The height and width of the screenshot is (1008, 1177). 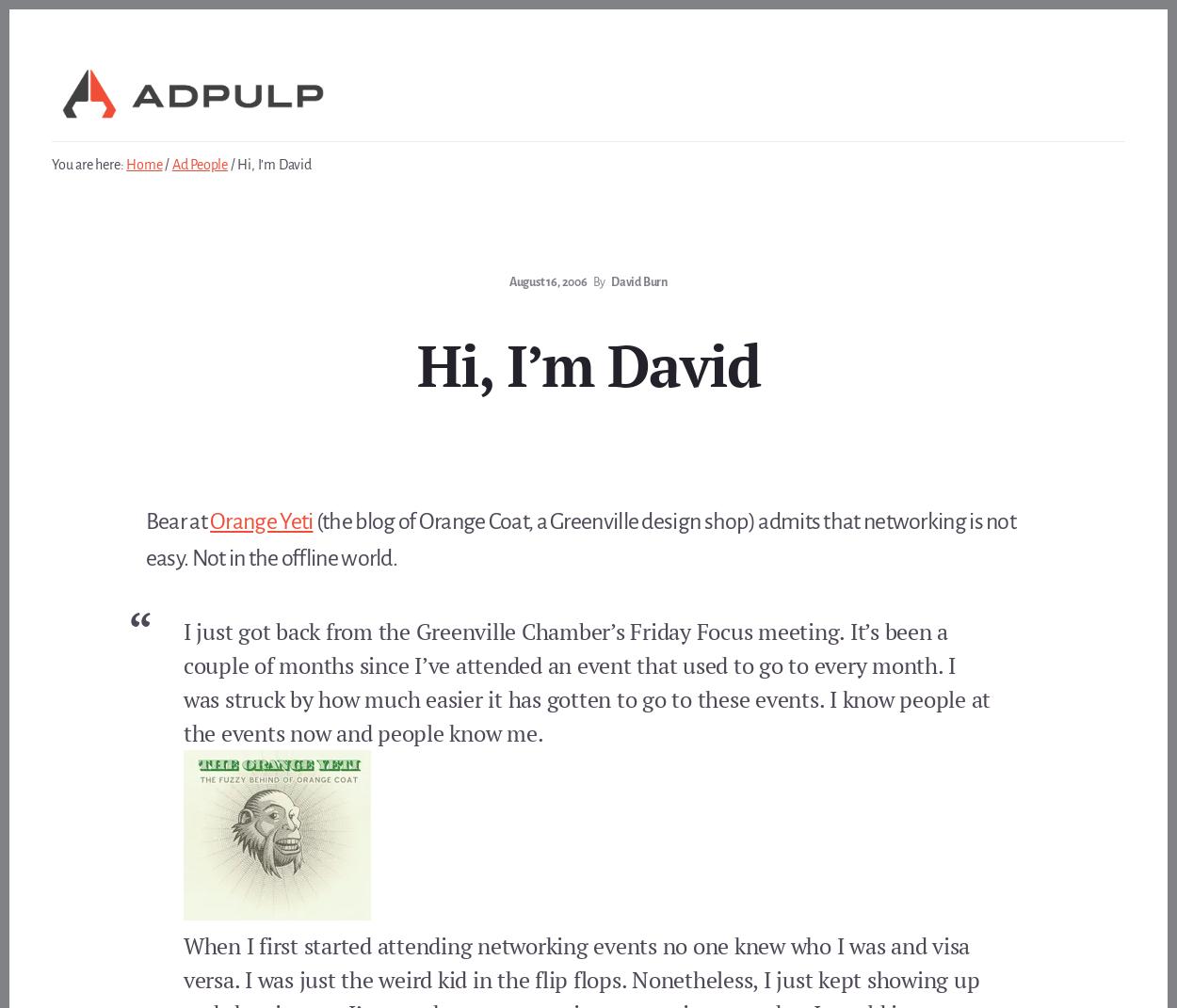 What do you see at coordinates (177, 521) in the screenshot?
I see `'Bear at'` at bounding box center [177, 521].